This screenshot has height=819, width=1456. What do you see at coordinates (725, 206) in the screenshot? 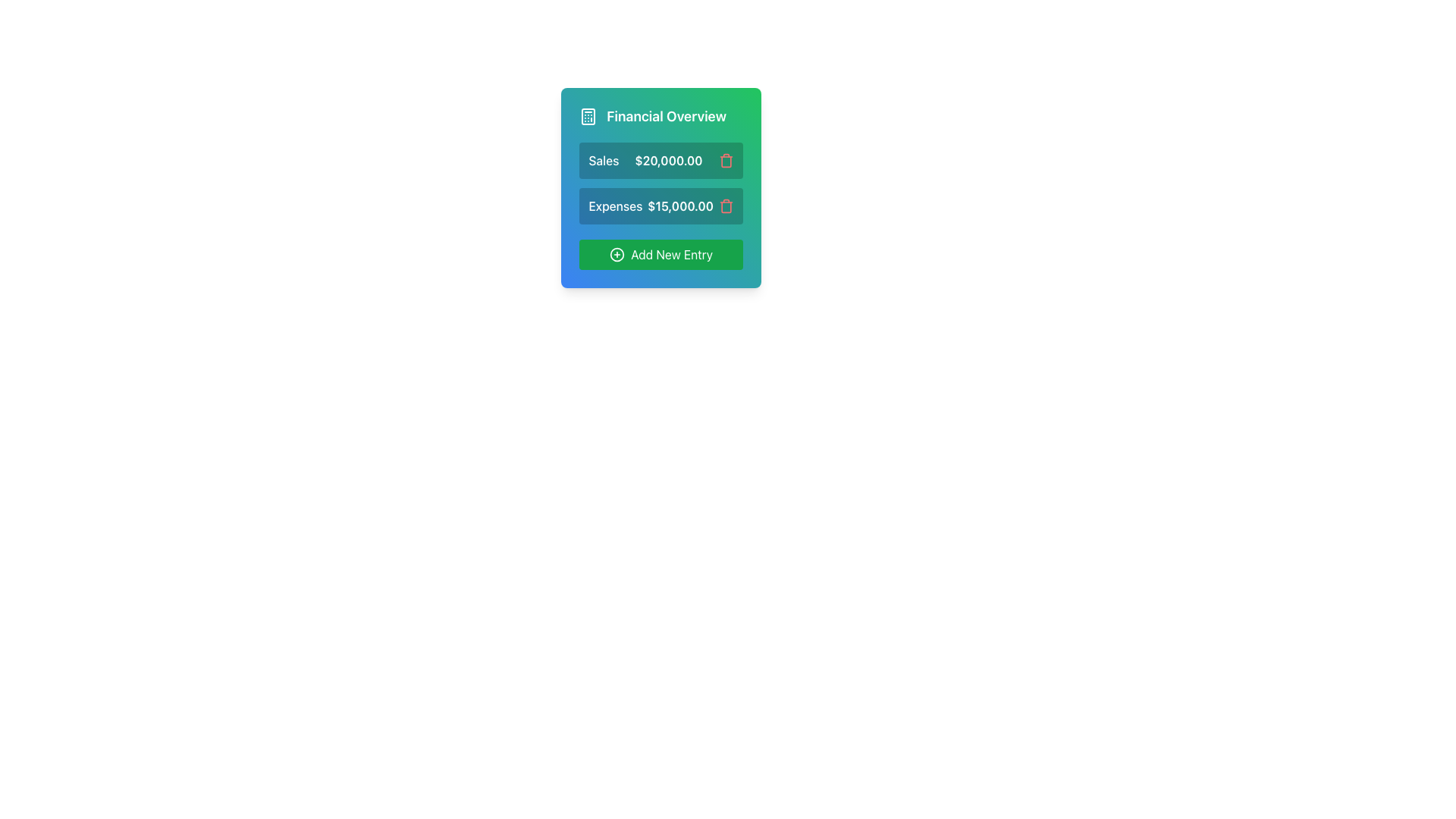
I see `the delete button associated with the entry 'Expenses $15,000.00'` at bounding box center [725, 206].